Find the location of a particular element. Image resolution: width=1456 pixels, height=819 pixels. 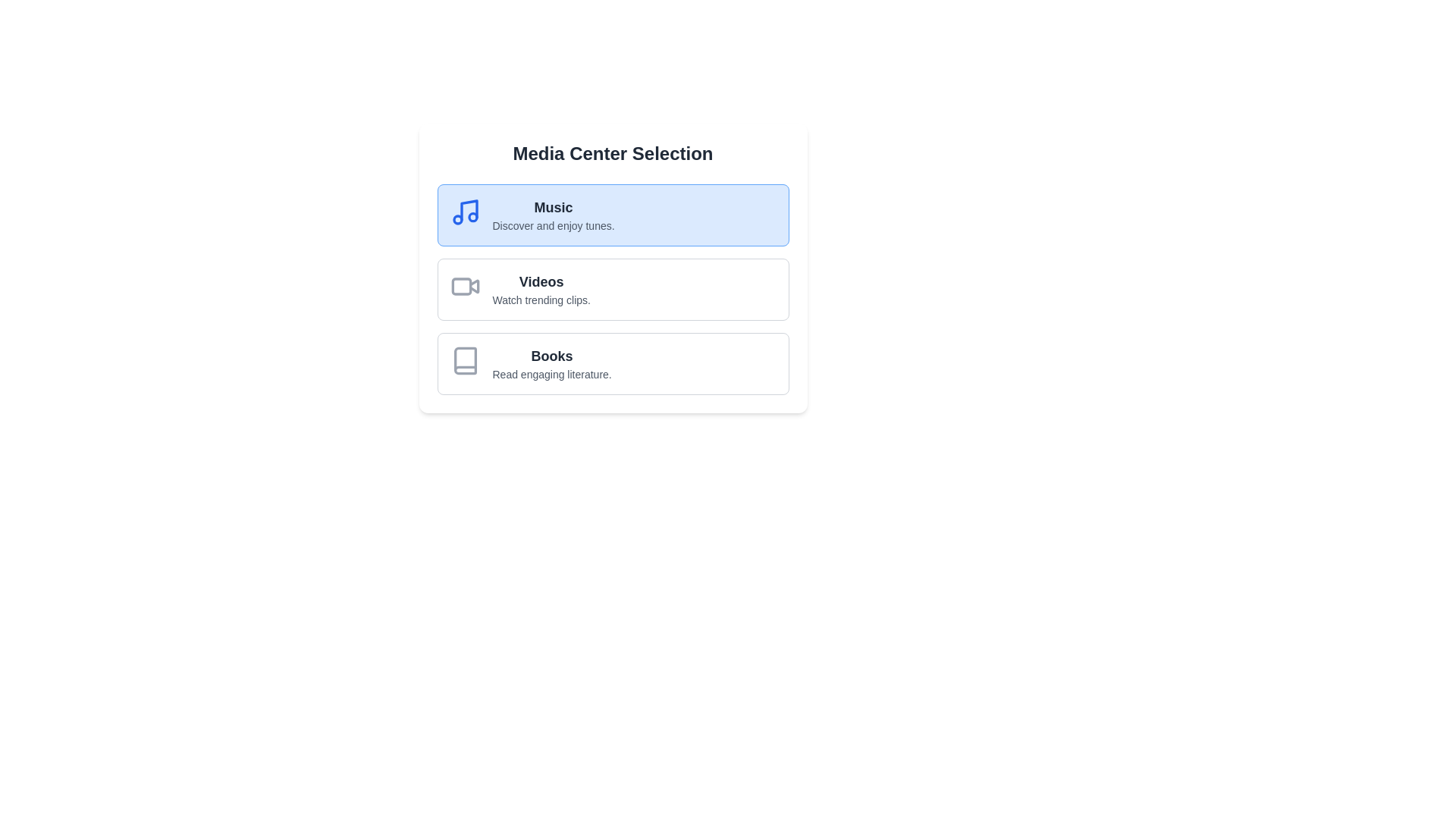

the 'Videos' section title text label, which is the first element among its siblings in the Media Center Selection interface is located at coordinates (541, 281).